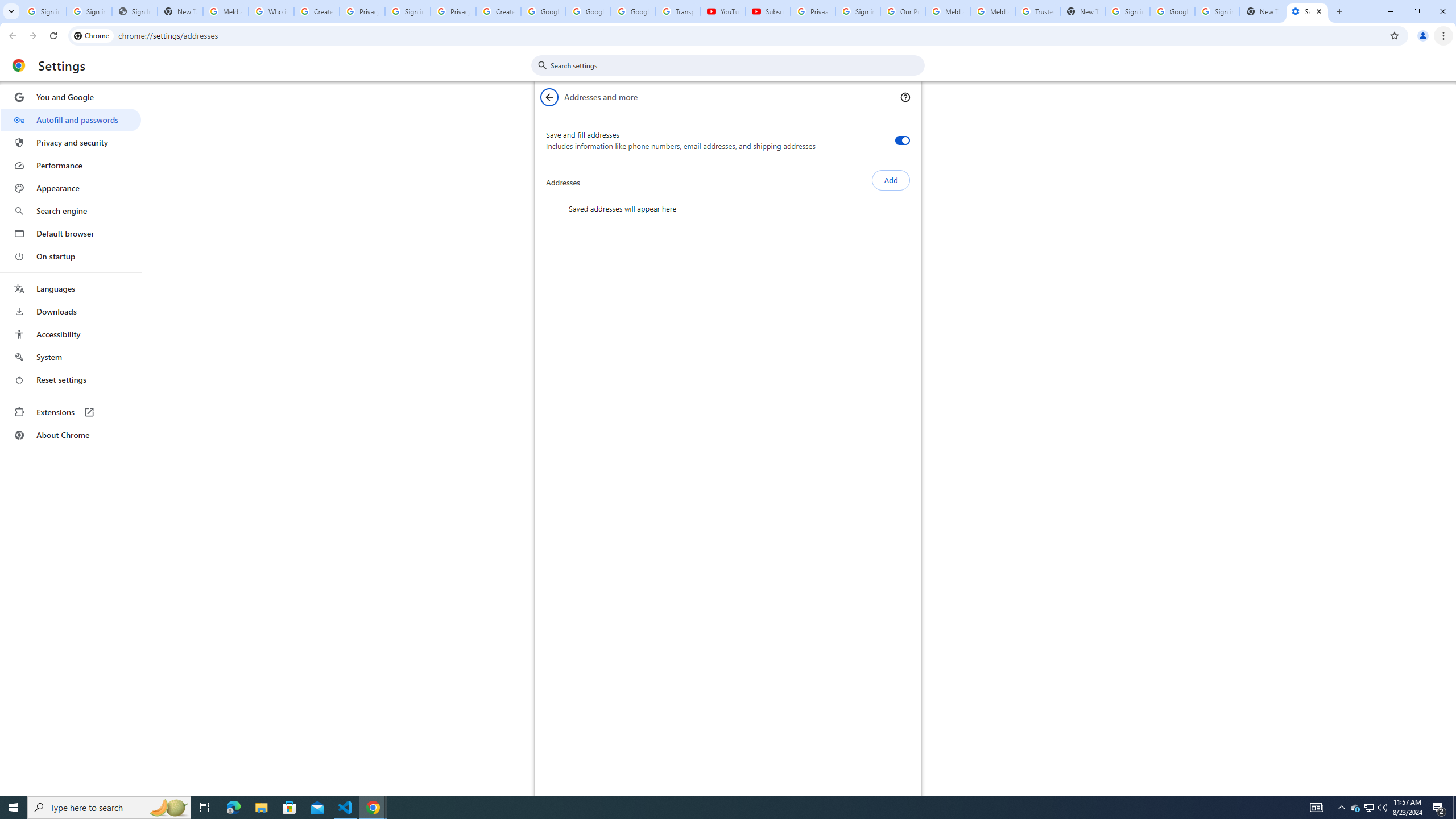  I want to click on 'On startup', so click(70, 255).